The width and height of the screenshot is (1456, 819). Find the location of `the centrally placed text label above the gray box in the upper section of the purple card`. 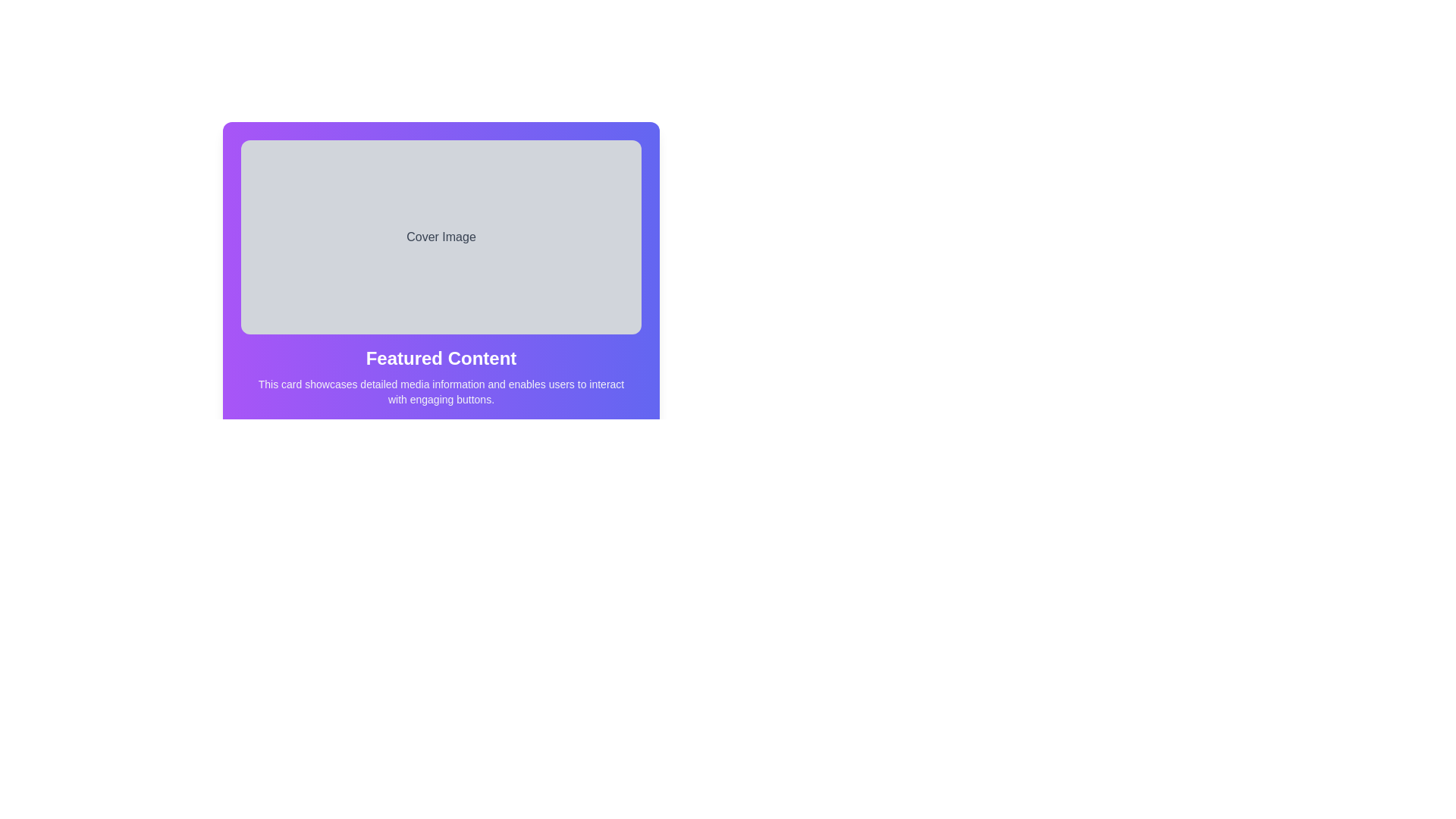

the centrally placed text label above the gray box in the upper section of the purple card is located at coordinates (440, 237).